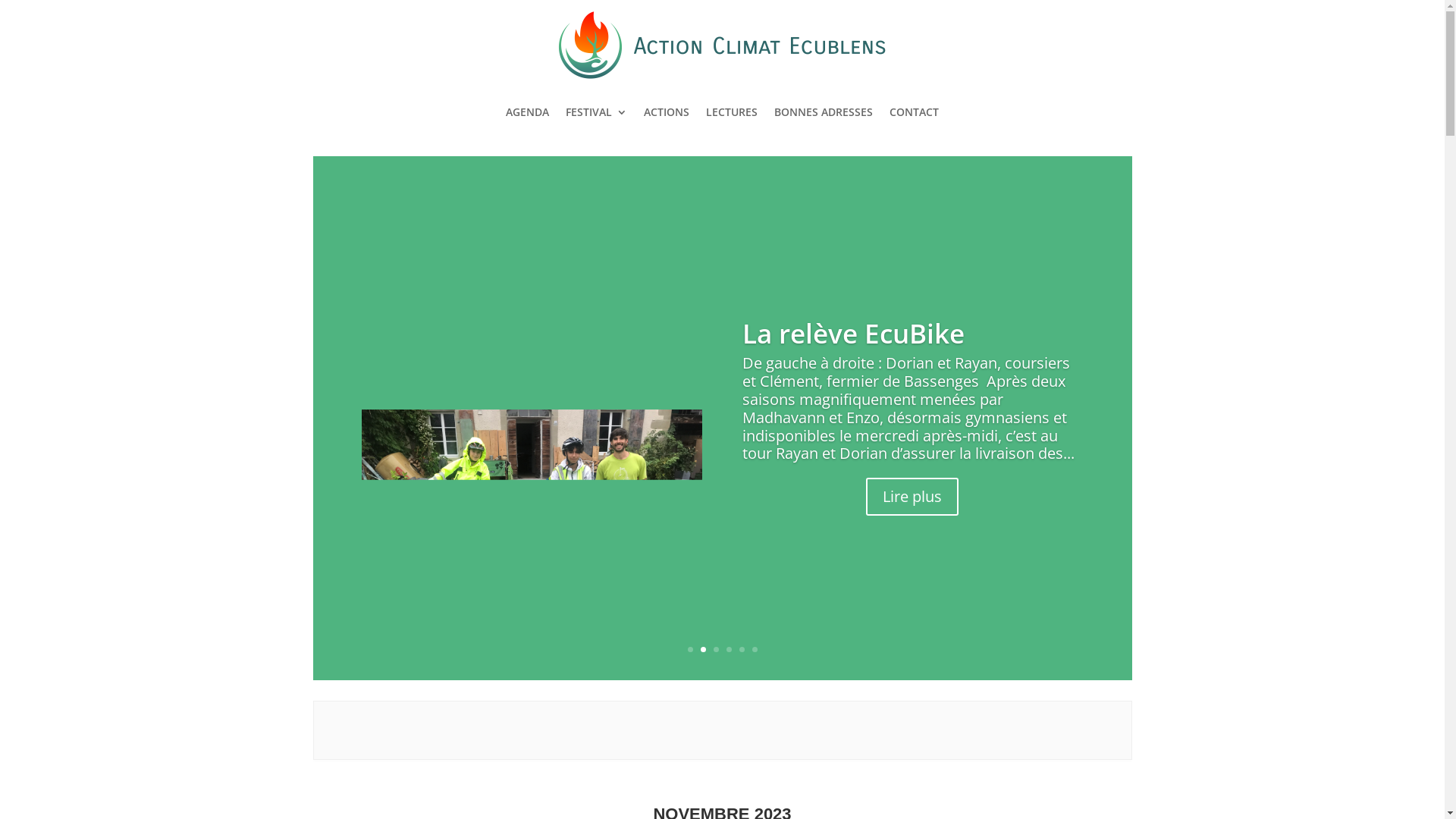  Describe the element at coordinates (774, 111) in the screenshot. I see `'BONNES ADRESSES'` at that location.